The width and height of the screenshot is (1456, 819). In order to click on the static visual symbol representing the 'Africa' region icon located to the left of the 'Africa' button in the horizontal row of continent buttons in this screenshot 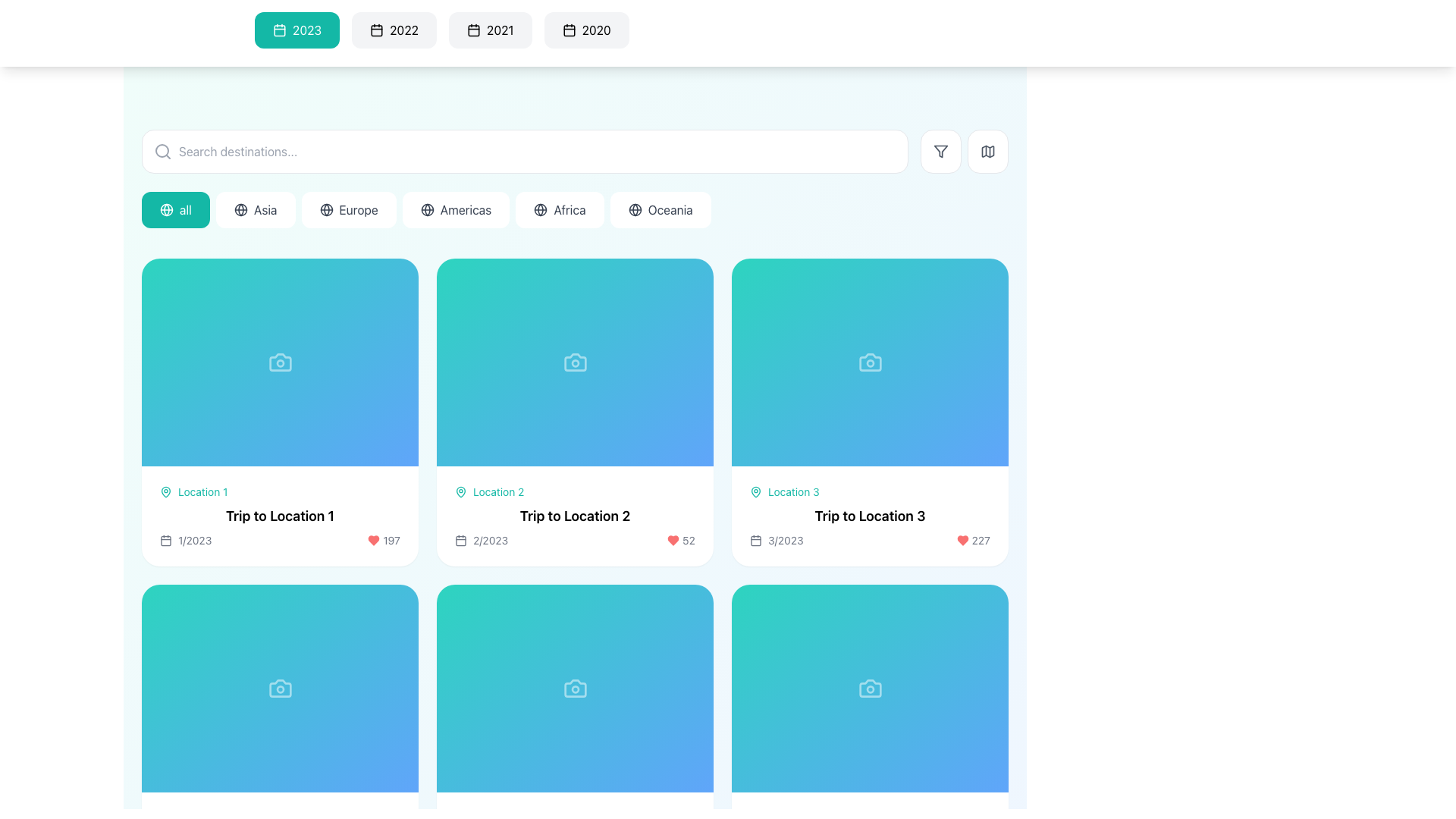, I will do `click(541, 210)`.